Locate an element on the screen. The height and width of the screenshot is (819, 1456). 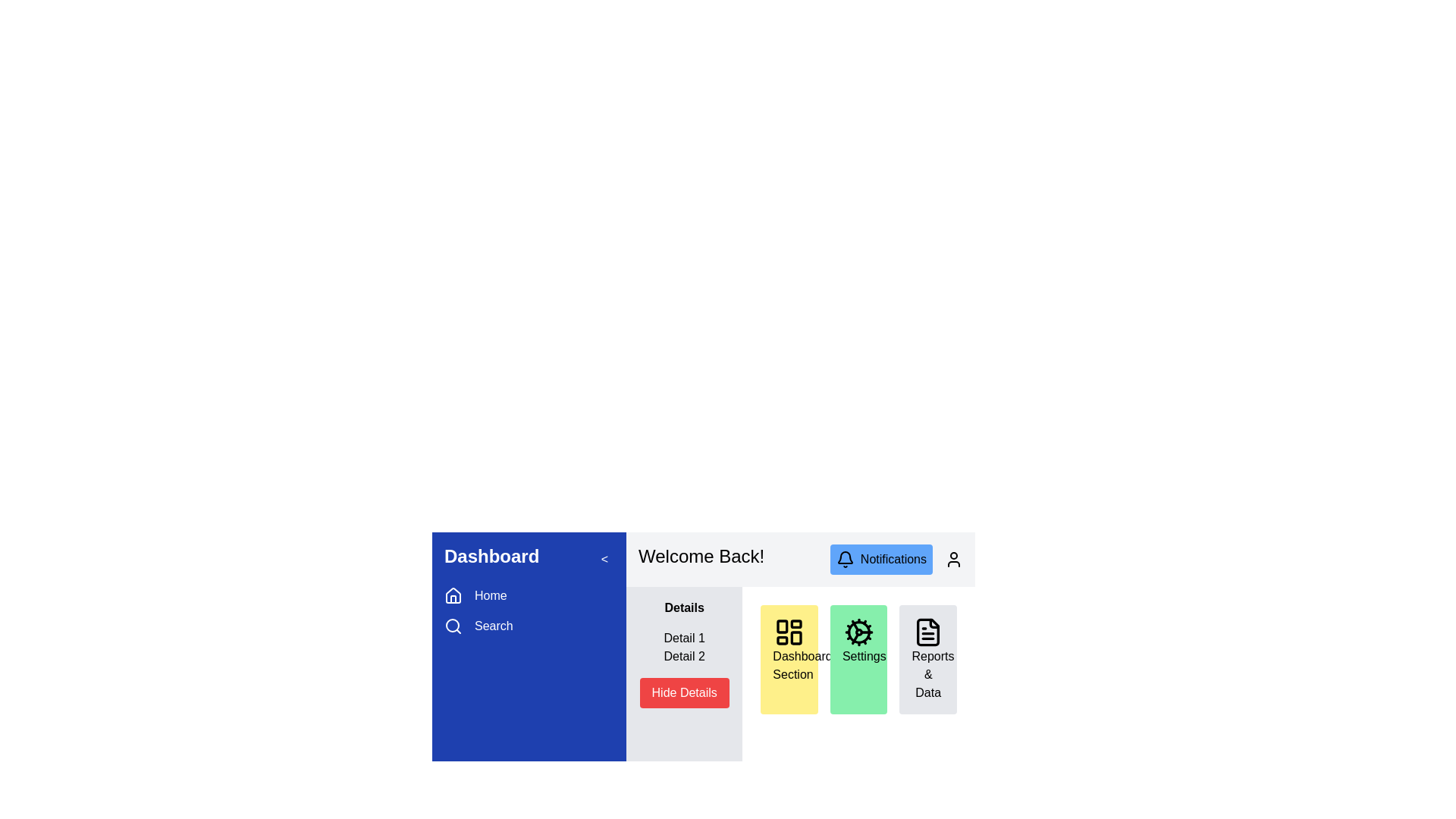
the graphical component within the 'Dashboard Section' icon, located in the lower-right portion of the yellow square area is located at coordinates (795, 638).